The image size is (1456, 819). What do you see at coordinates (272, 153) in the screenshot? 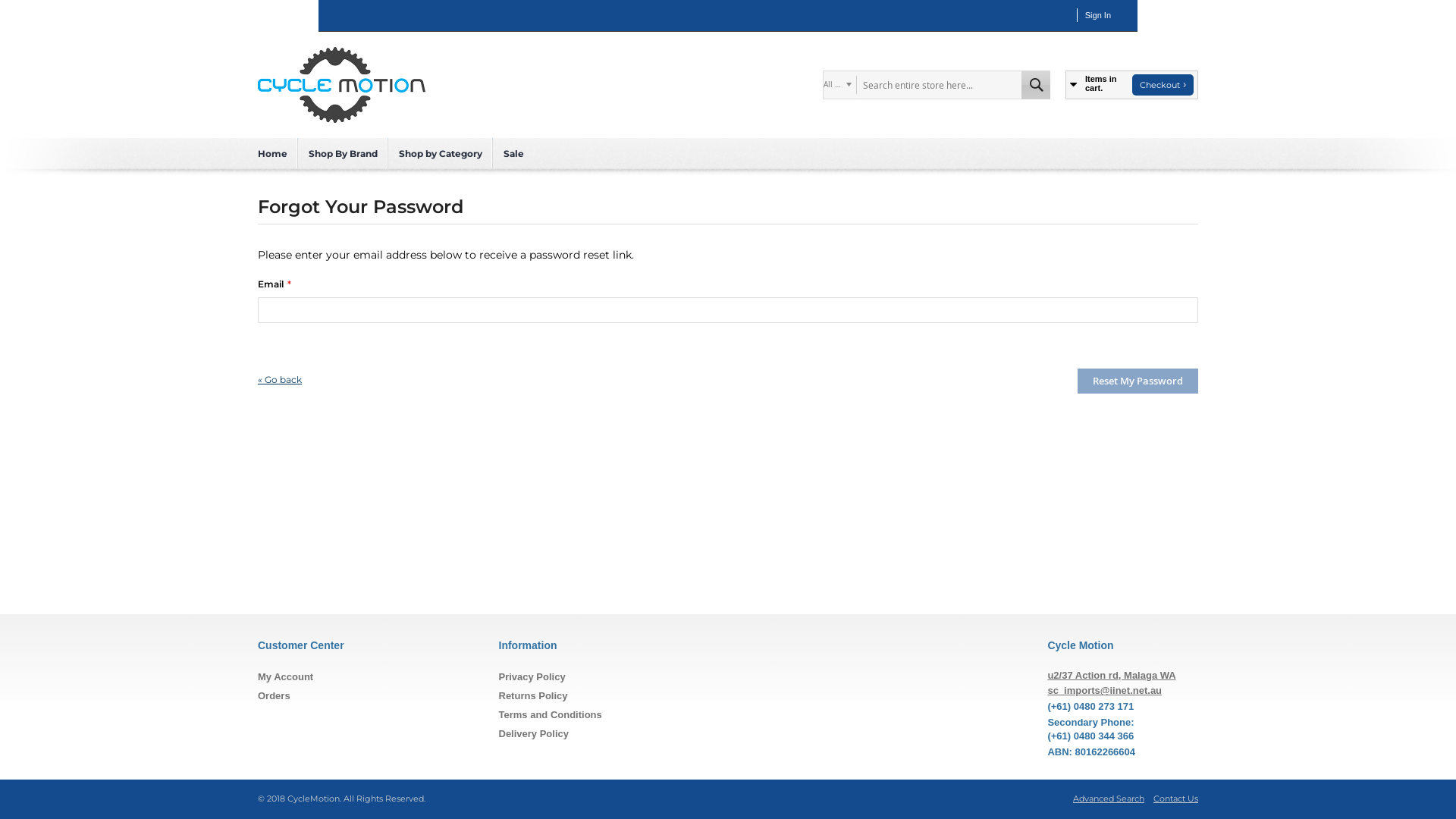
I see `'Home'` at bounding box center [272, 153].